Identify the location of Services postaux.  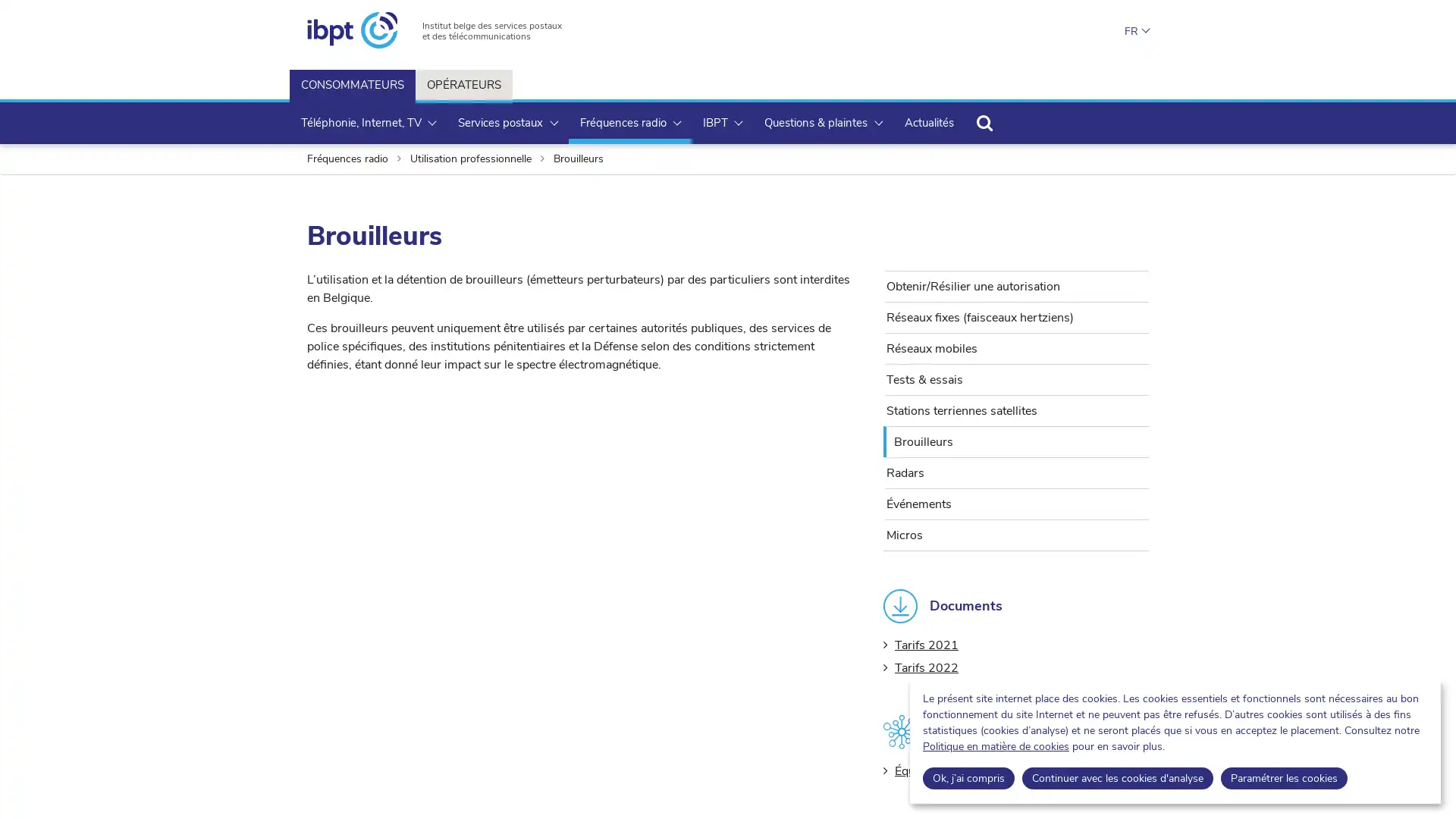
(507, 122).